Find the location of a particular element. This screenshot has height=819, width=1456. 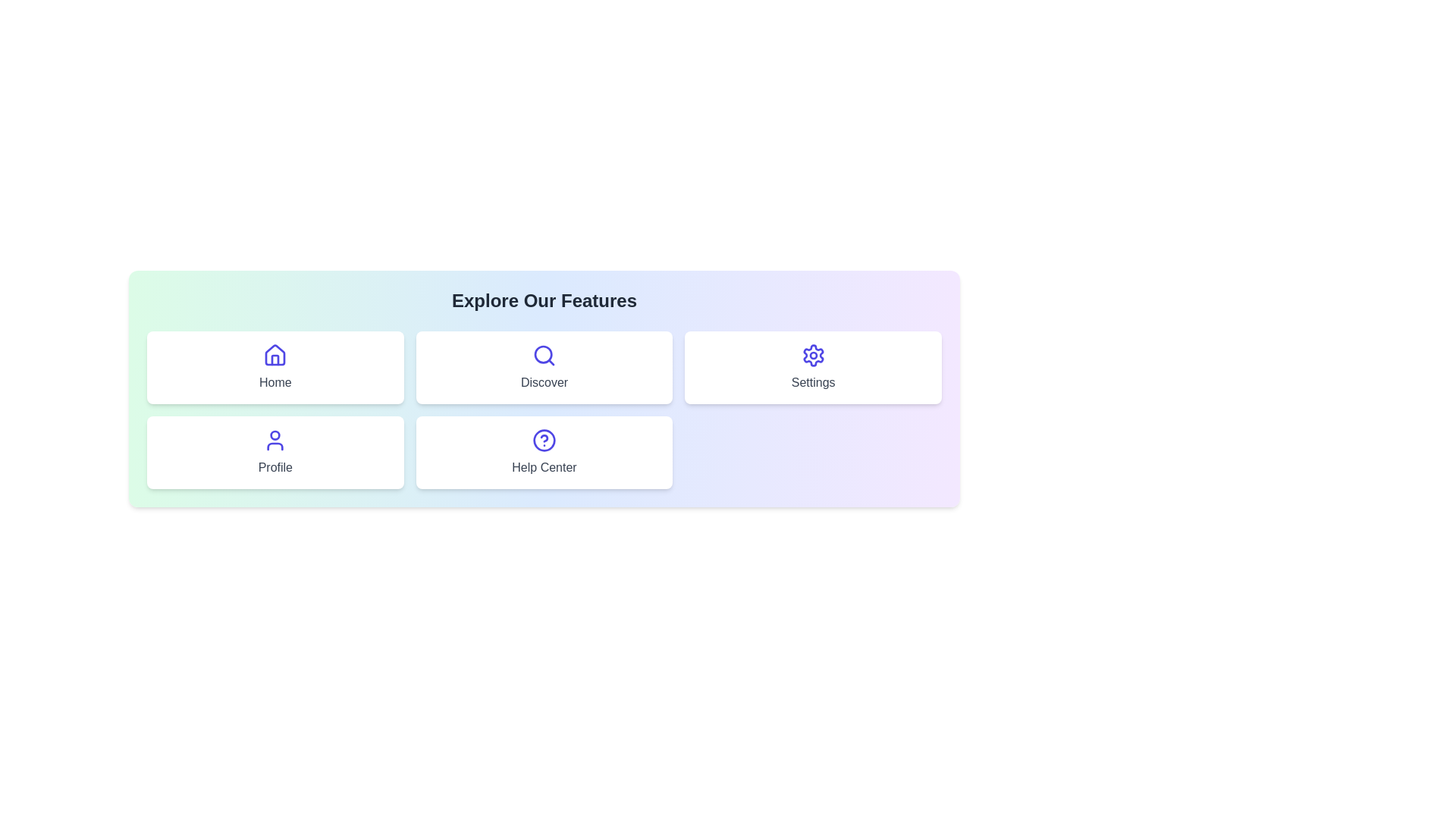

the Help Center button, which is a card component with a white background, rounded corners, and a question mark icon in indigo, located in the bottom-right corner of a 2x3 grid layout is located at coordinates (544, 452).